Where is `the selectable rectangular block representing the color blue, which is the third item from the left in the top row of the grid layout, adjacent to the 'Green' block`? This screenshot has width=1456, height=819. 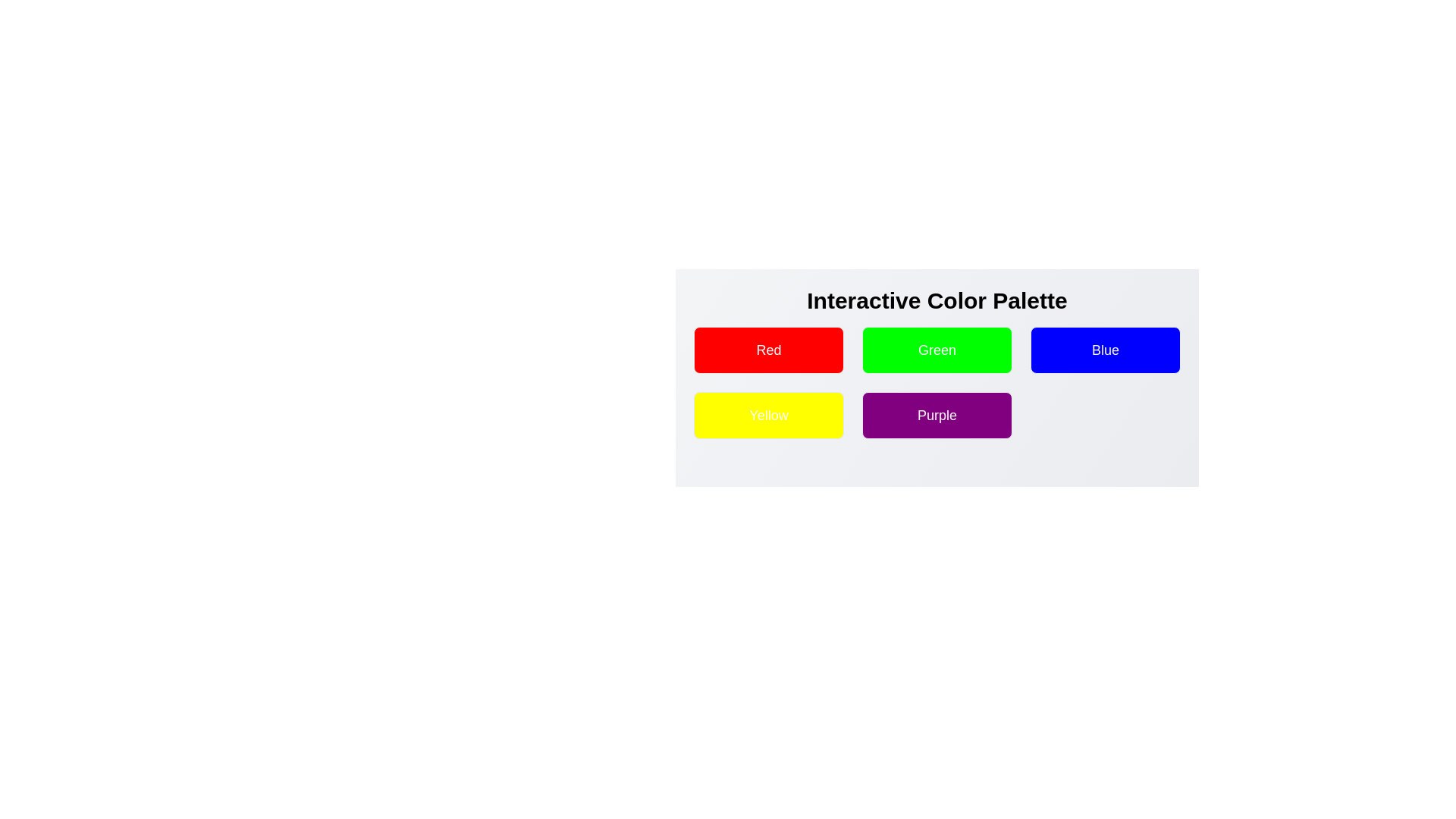 the selectable rectangular block representing the color blue, which is the third item from the left in the top row of the grid layout, adjacent to the 'Green' block is located at coordinates (1106, 350).